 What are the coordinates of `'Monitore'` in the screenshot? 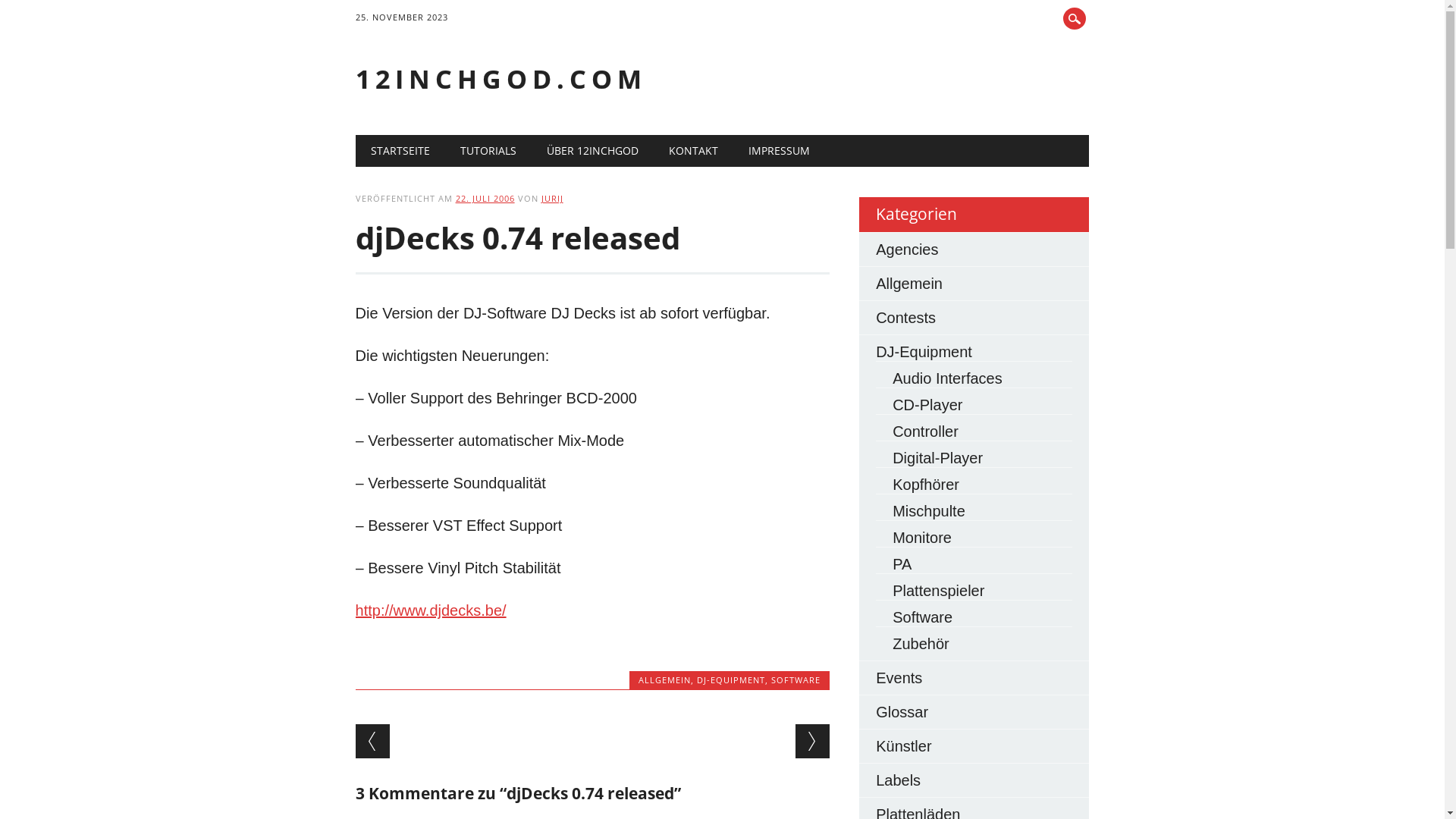 It's located at (921, 537).